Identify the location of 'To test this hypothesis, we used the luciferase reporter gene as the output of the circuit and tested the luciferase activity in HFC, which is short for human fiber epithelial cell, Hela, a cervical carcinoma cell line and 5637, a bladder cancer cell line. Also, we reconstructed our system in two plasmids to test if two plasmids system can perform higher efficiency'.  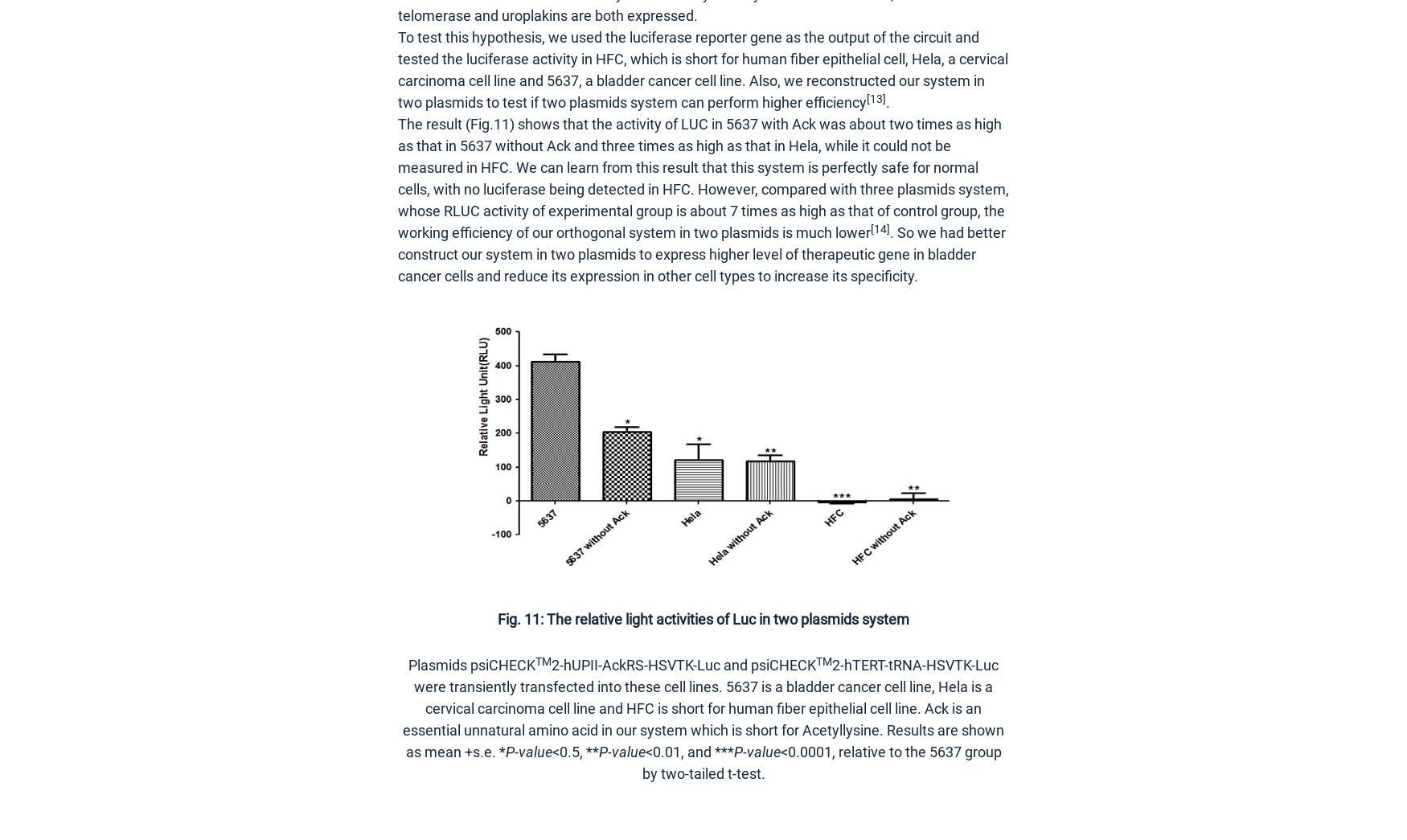
(398, 70).